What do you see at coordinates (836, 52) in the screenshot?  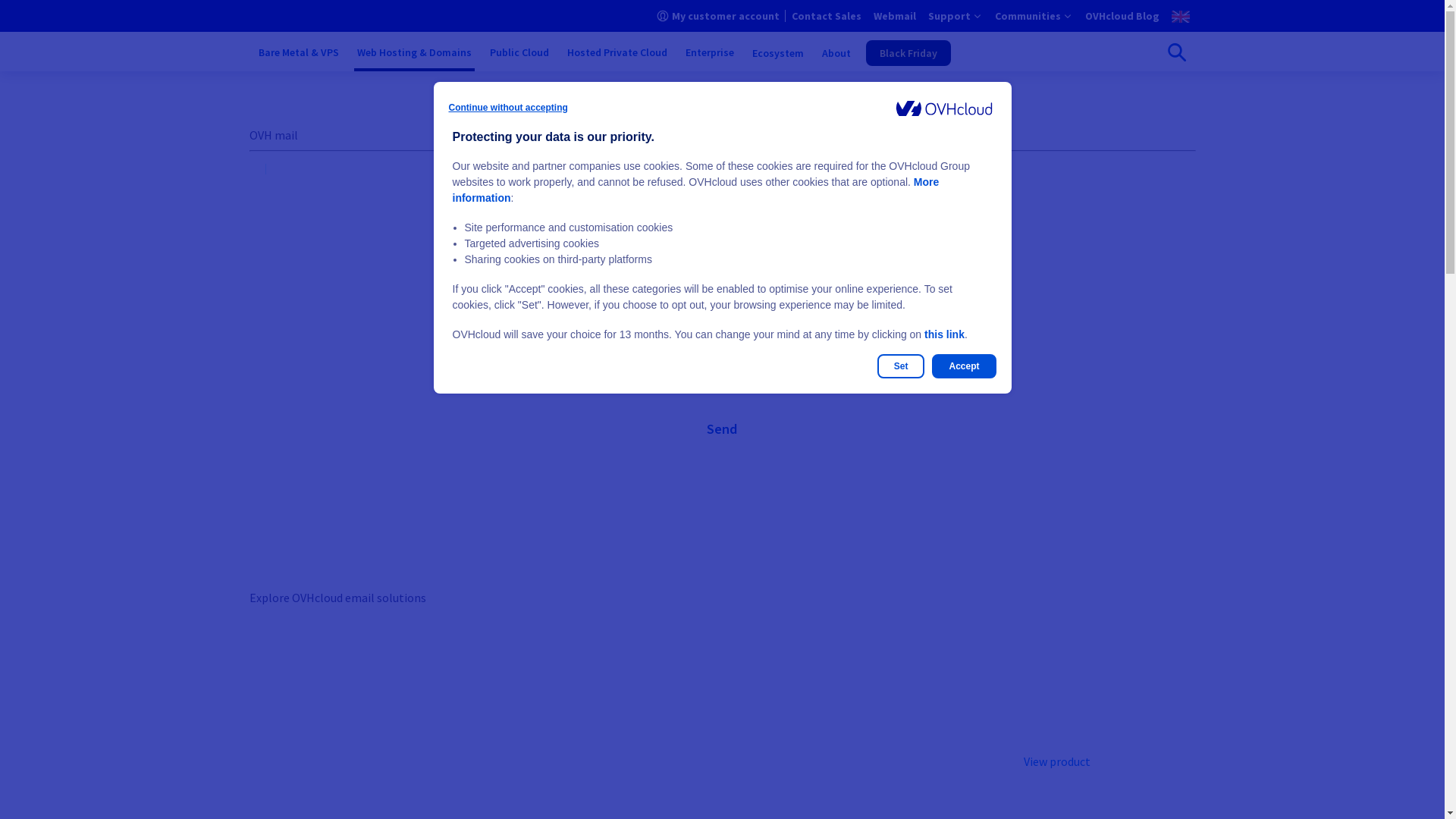 I see `'About'` at bounding box center [836, 52].